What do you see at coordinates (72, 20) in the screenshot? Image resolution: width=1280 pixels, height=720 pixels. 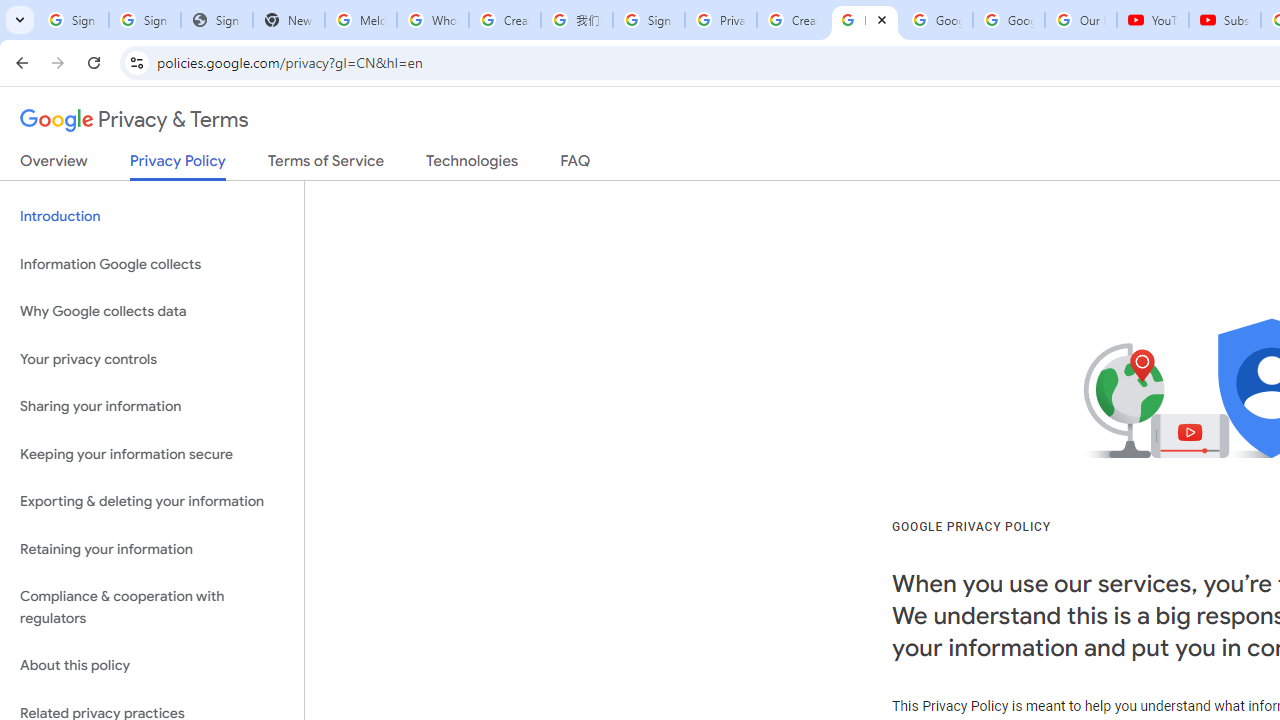 I see `'Sign in - Google Accounts'` at bounding box center [72, 20].